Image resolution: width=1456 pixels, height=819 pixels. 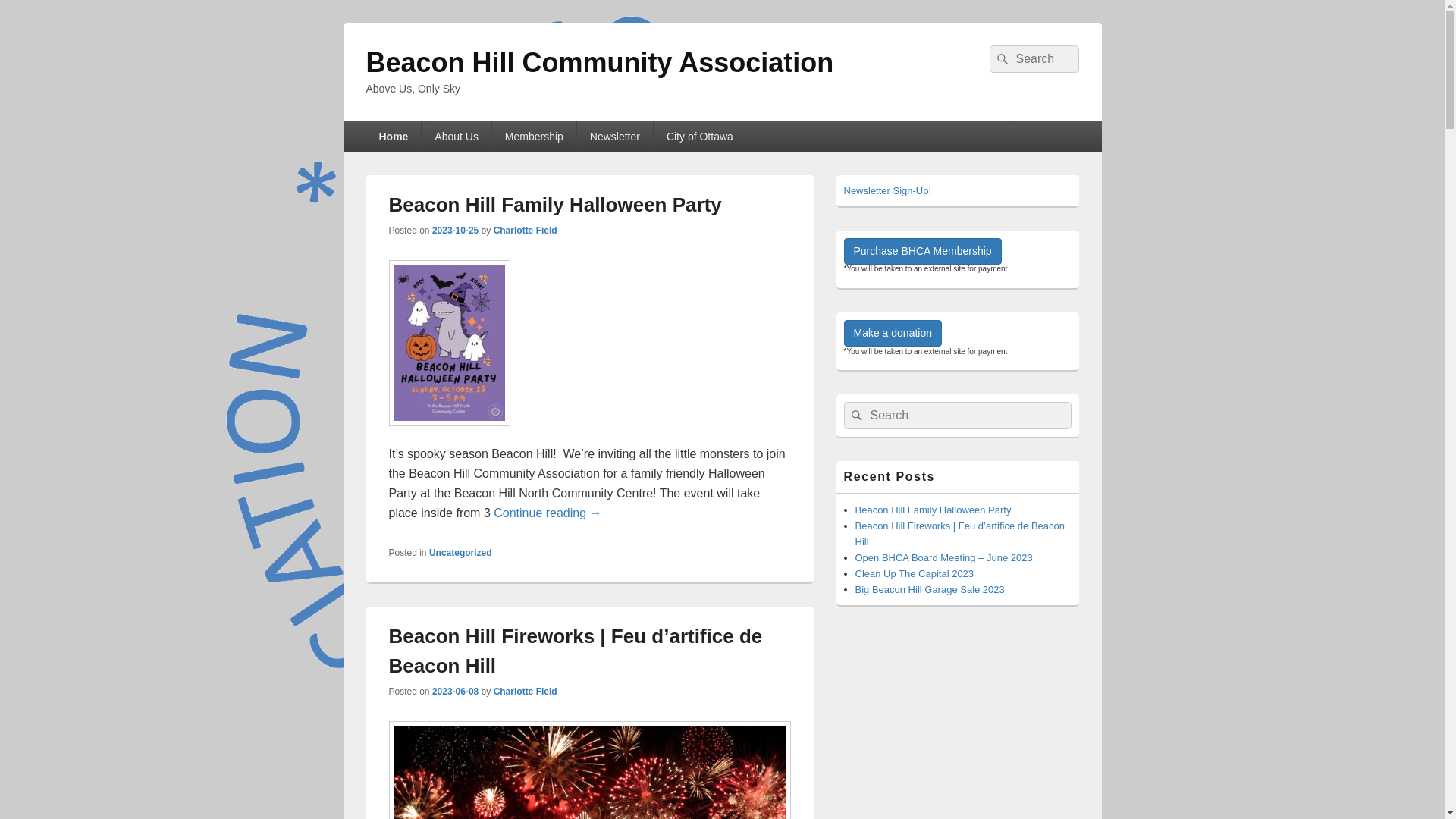 What do you see at coordinates (454, 691) in the screenshot?
I see `'2023-06-08'` at bounding box center [454, 691].